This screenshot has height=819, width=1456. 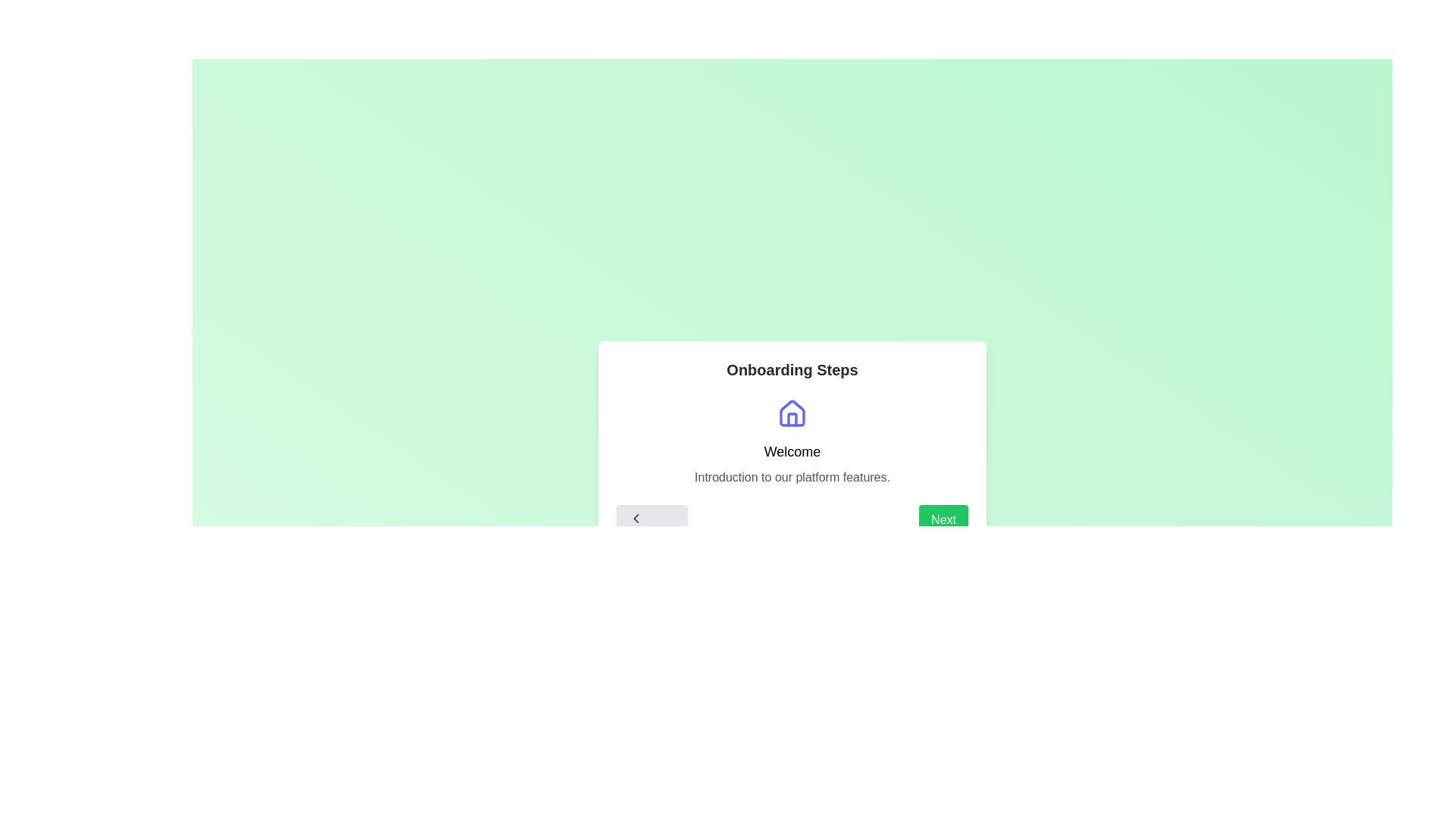 What do you see at coordinates (652, 526) in the screenshot?
I see `the state of the 'Previous' button, which is styled with a light gray background and dark gray text, featuring a left-facing chevron icon, located at the bottom left of the central panel` at bounding box center [652, 526].